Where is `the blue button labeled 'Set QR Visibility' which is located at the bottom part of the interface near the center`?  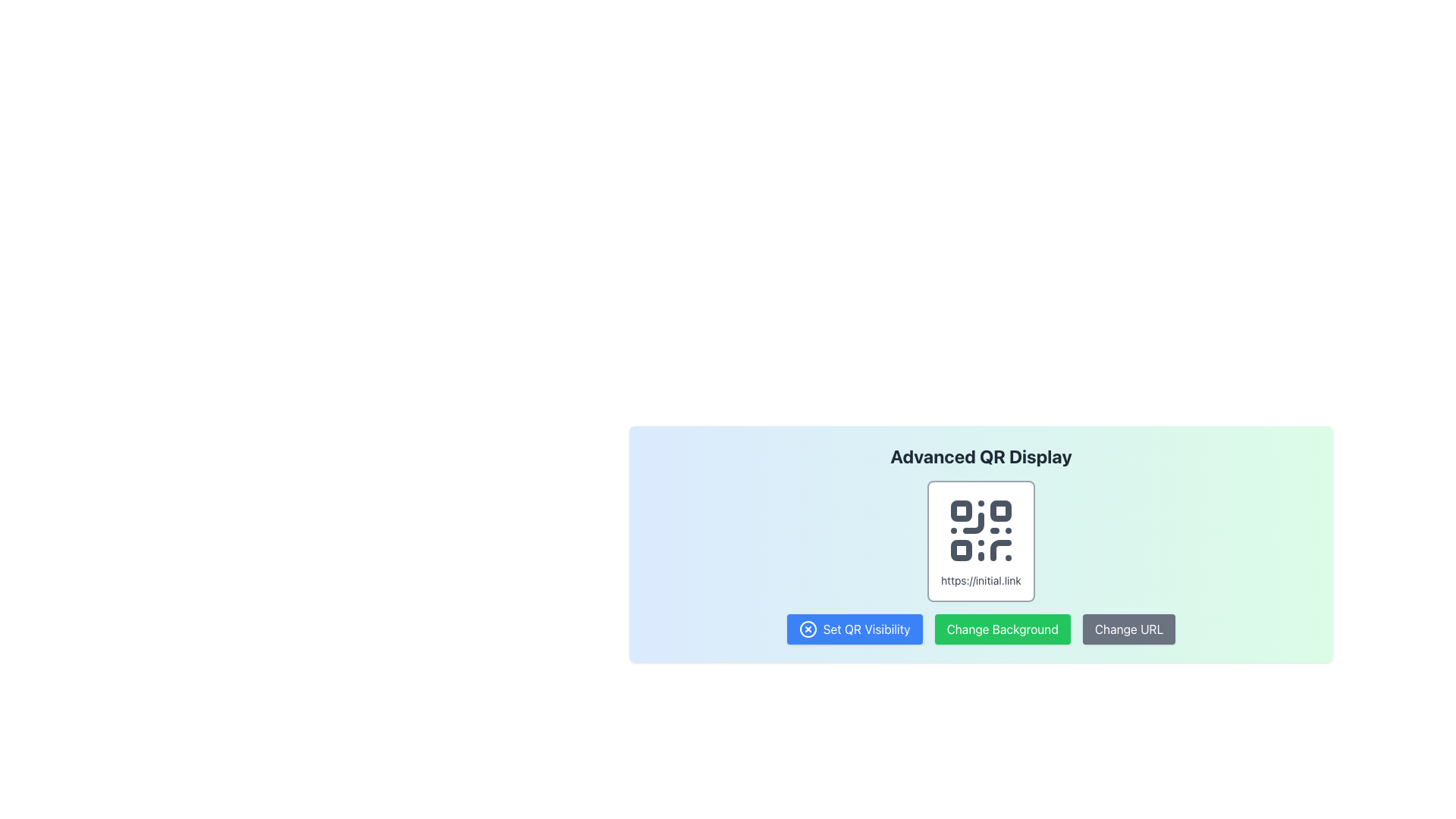
the blue button labeled 'Set QR Visibility' which is located at the bottom part of the interface near the center is located at coordinates (855, 629).